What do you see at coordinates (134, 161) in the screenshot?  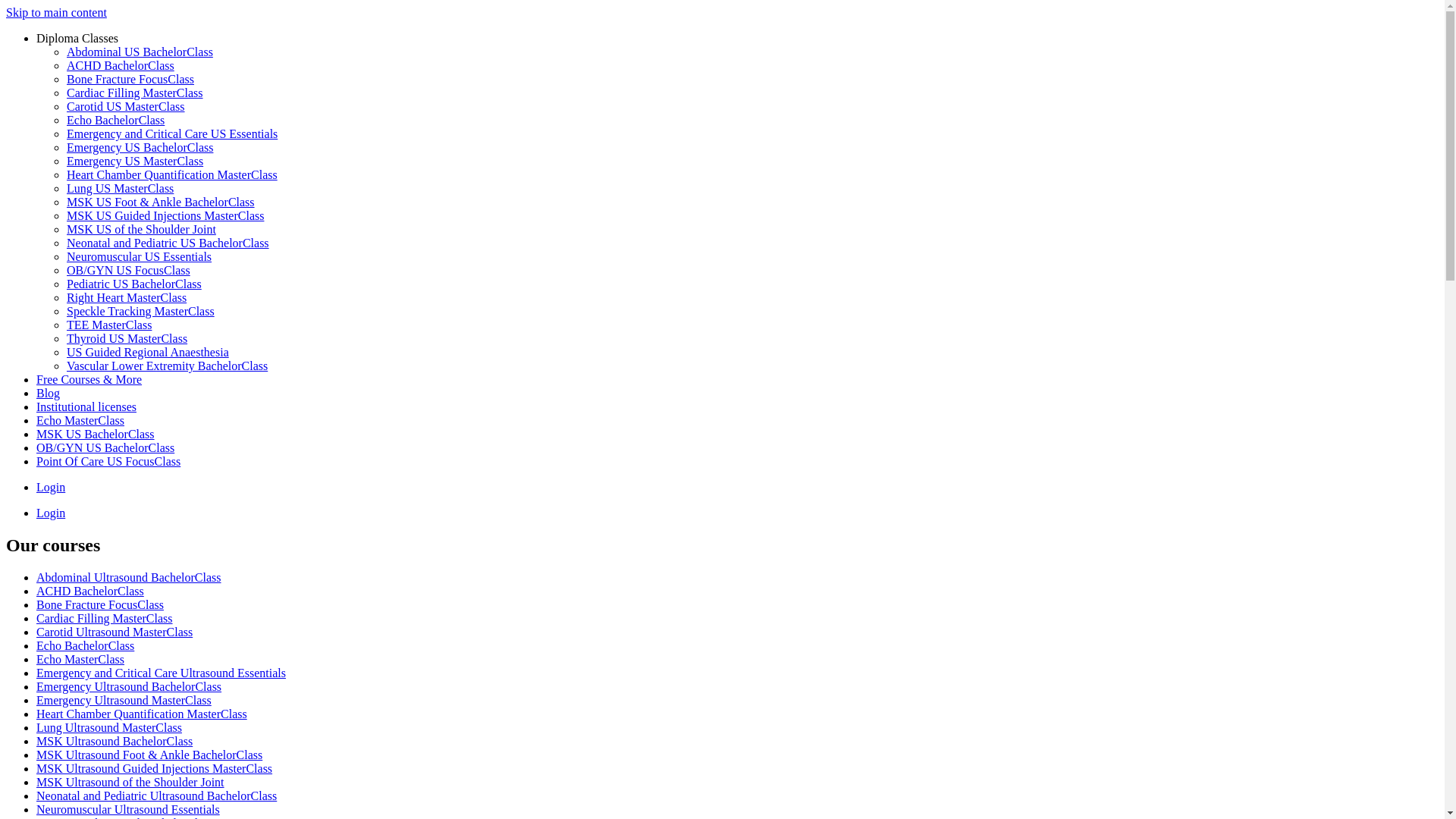 I see `'Emergency US MasterClass'` at bounding box center [134, 161].